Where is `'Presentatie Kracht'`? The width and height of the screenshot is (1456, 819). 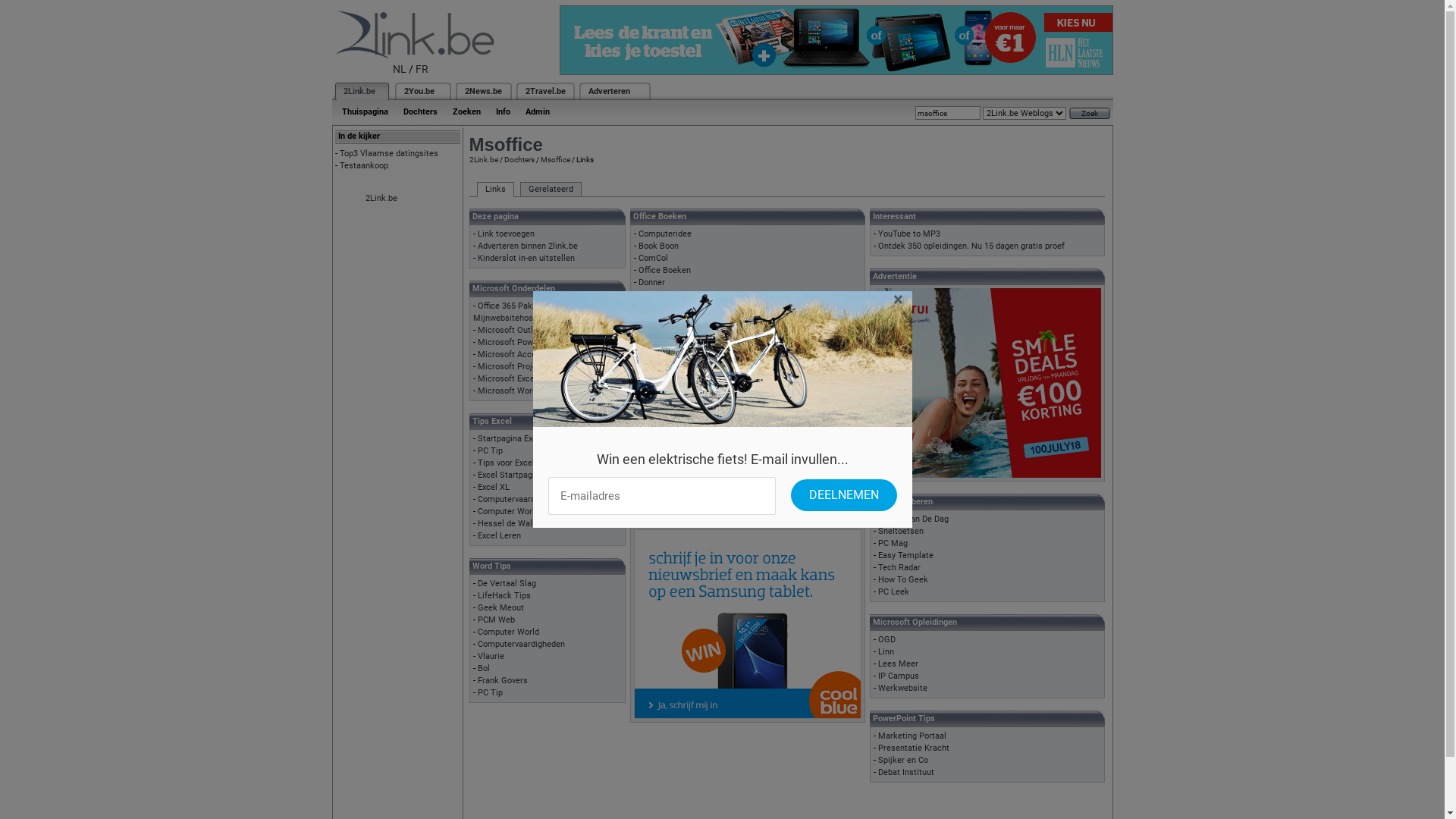
'Presentatie Kracht' is located at coordinates (877, 747).